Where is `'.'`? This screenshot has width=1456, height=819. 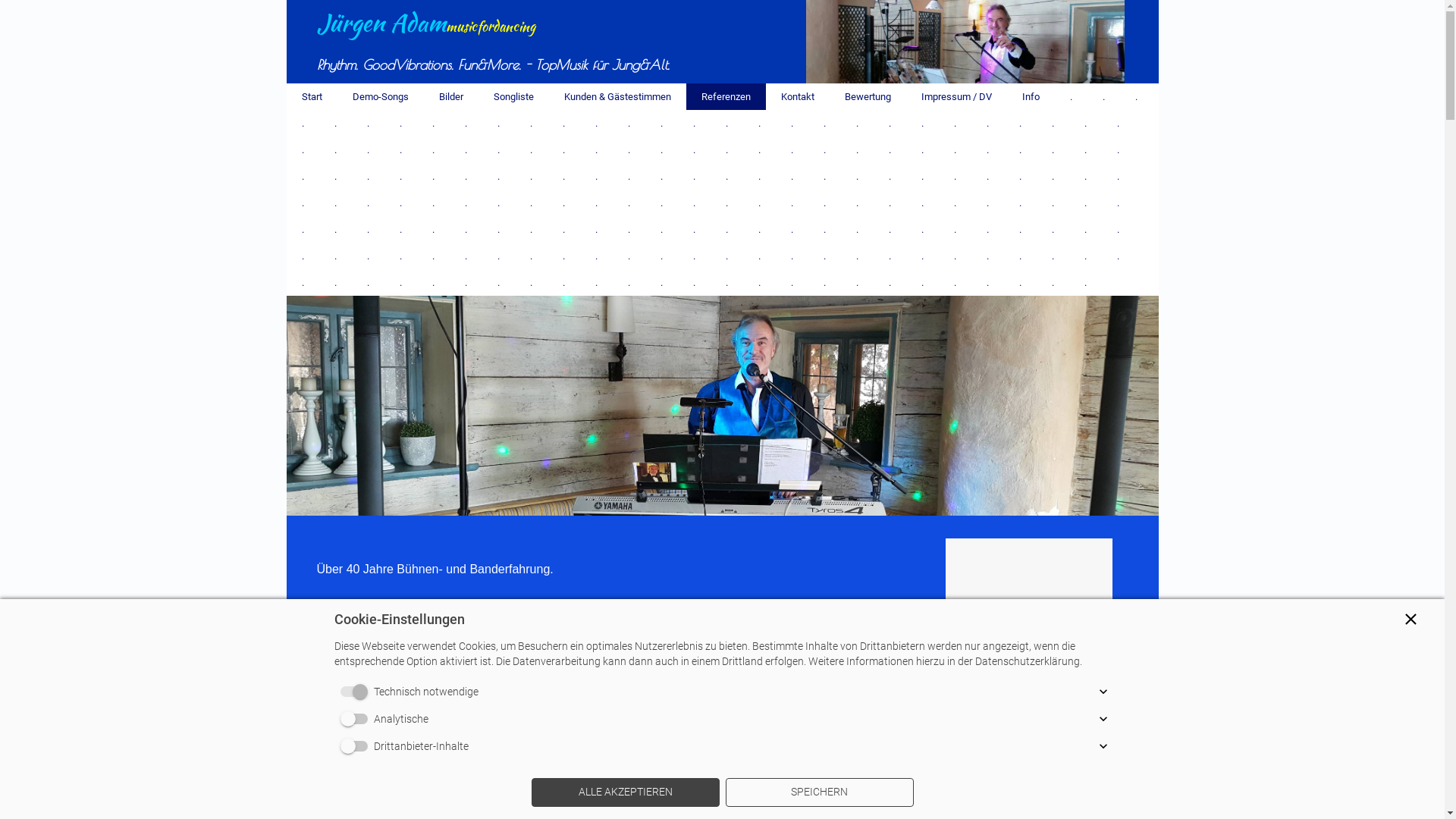
'.' is located at coordinates (1117, 122).